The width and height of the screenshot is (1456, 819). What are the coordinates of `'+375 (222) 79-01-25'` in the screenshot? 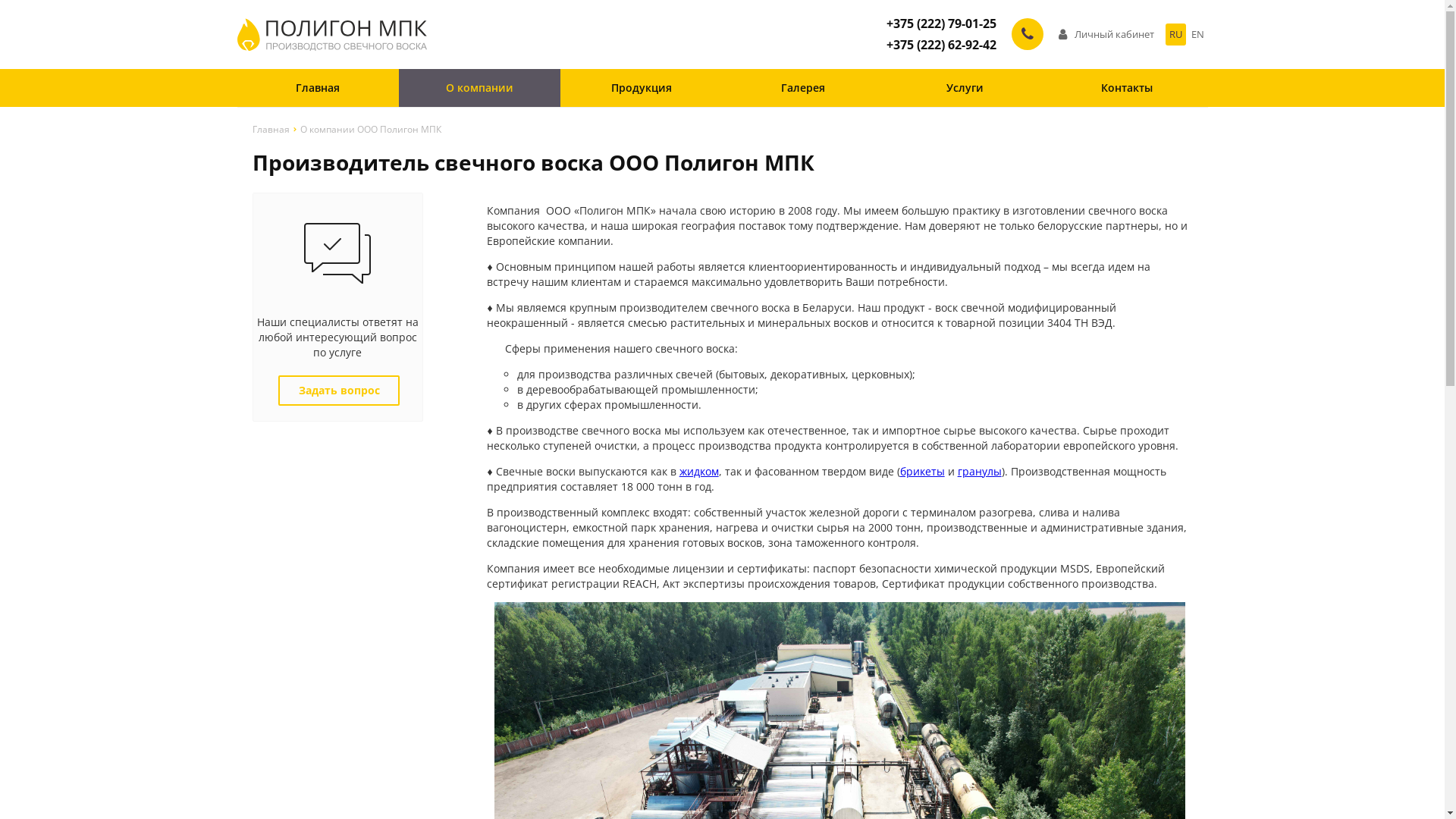 It's located at (940, 24).